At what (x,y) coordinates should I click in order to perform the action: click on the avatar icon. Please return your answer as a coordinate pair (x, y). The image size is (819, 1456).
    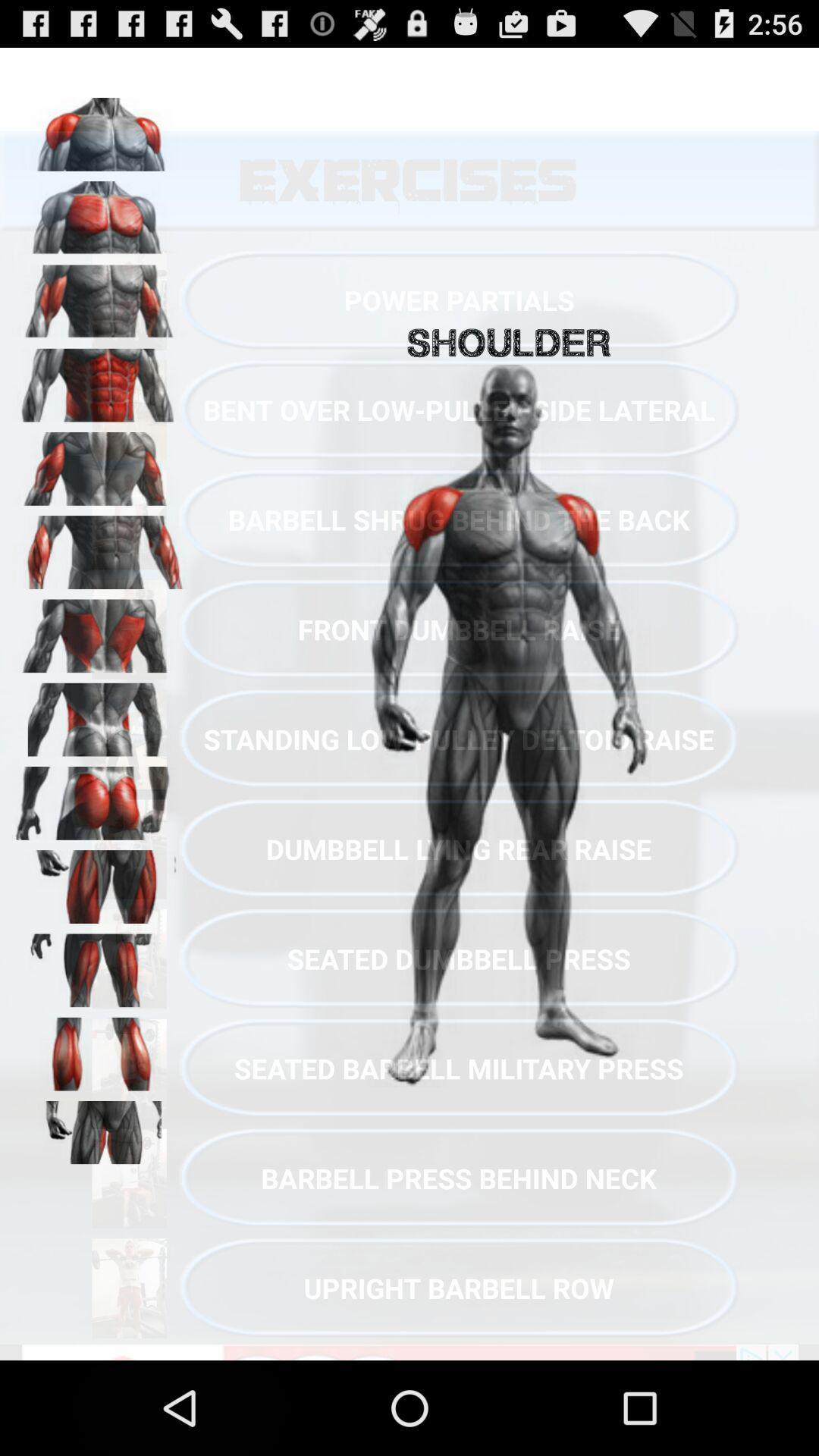
    Looking at the image, I should click on (99, 316).